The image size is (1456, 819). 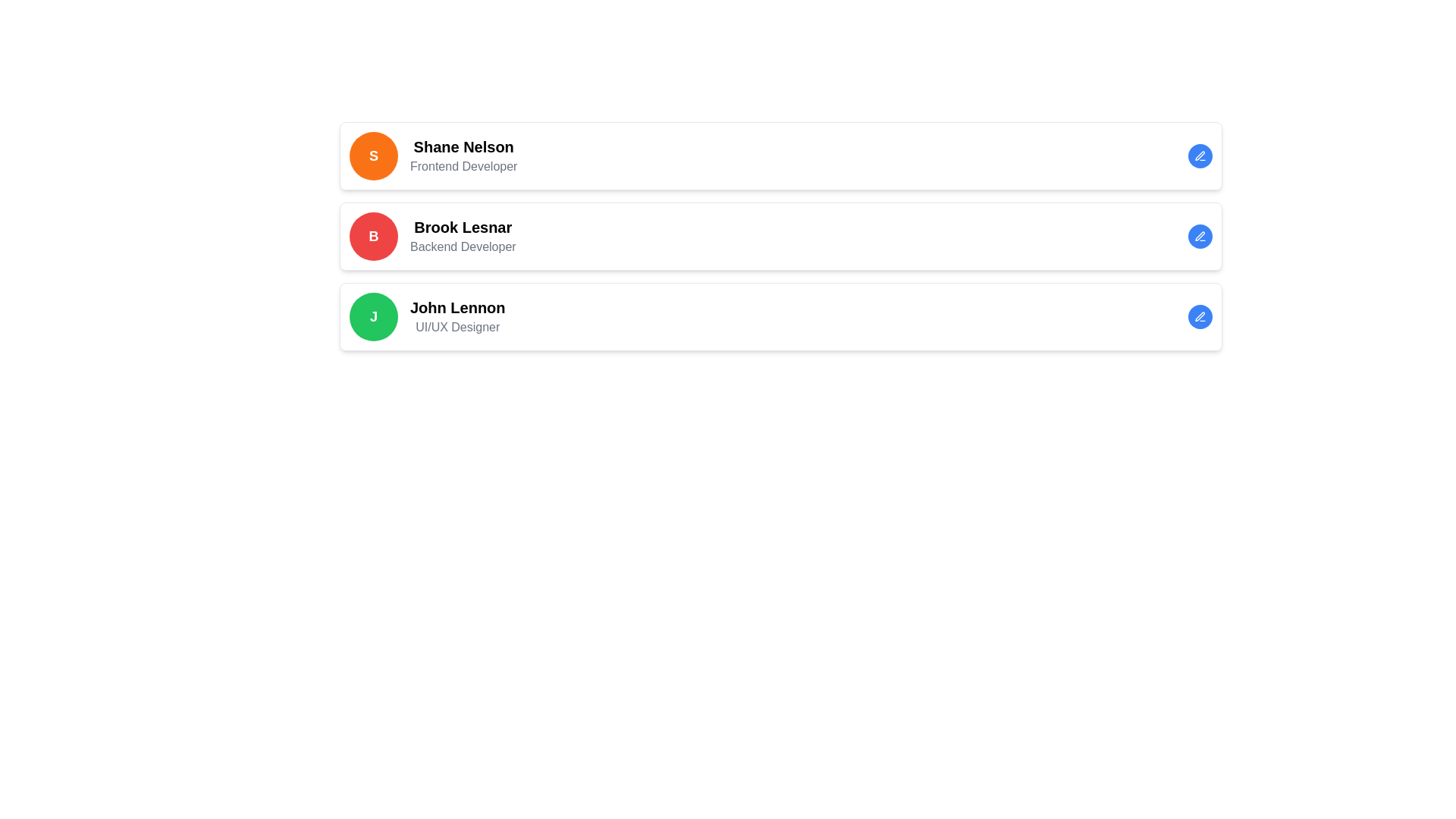 I want to click on the static text label displaying 'Frontend Developer' which is located directly beneath the name 'Shane Nelson' in the uppermost card of the interface, so click(x=463, y=166).